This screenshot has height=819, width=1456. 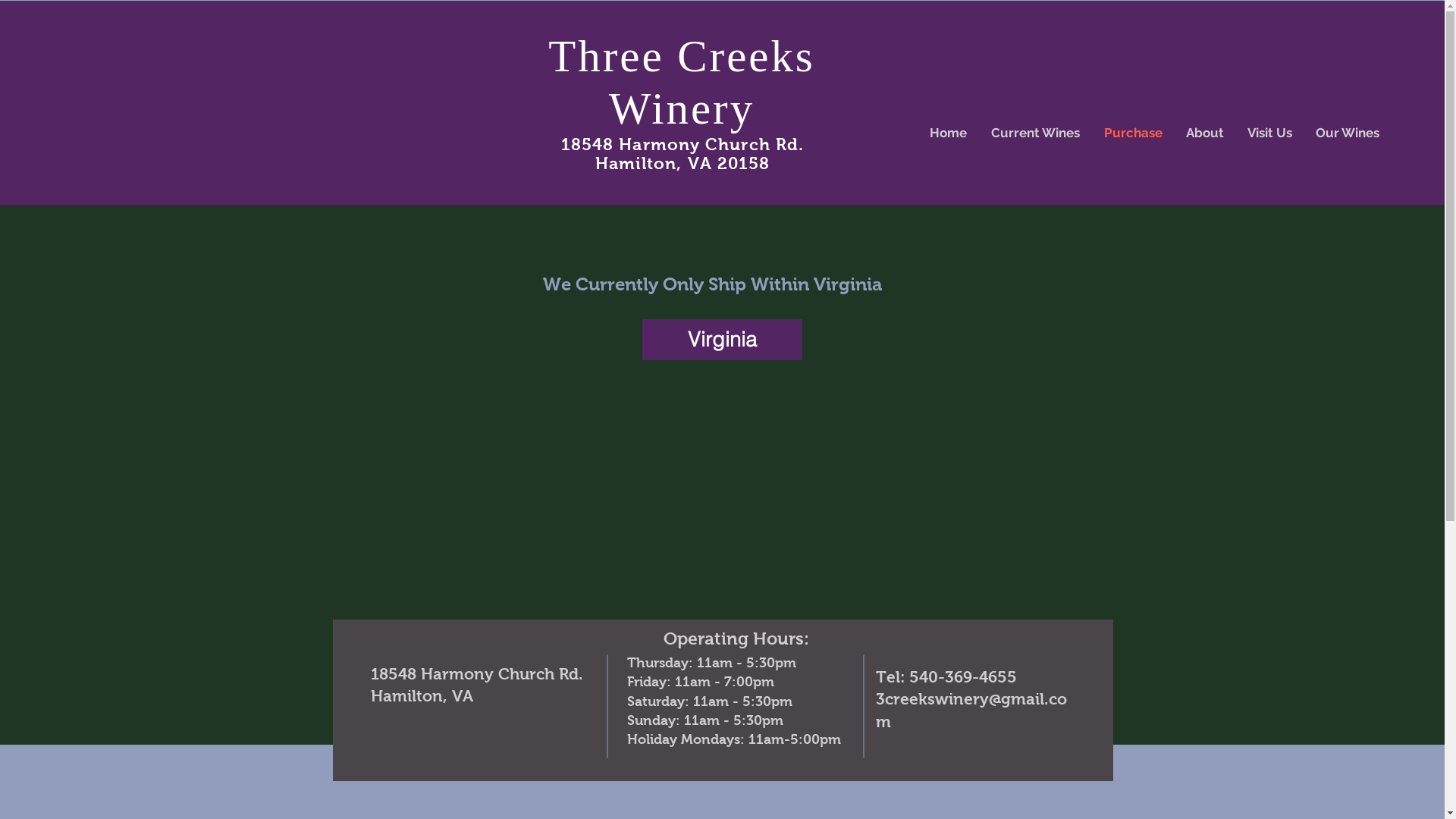 I want to click on 'Our Wines', so click(x=1347, y=131).